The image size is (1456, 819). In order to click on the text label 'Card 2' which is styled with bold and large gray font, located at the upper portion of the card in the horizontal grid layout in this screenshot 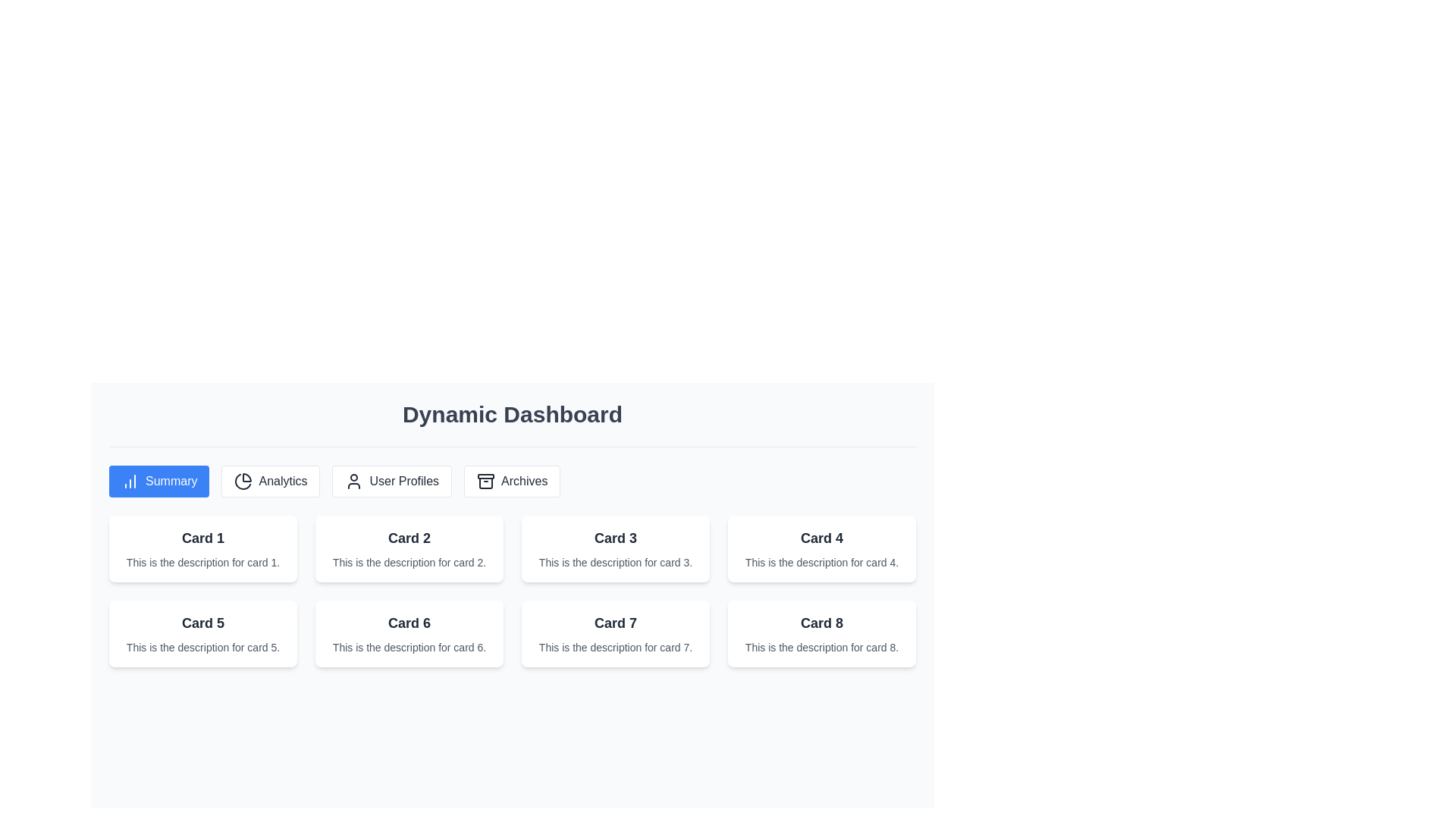, I will do `click(409, 537)`.